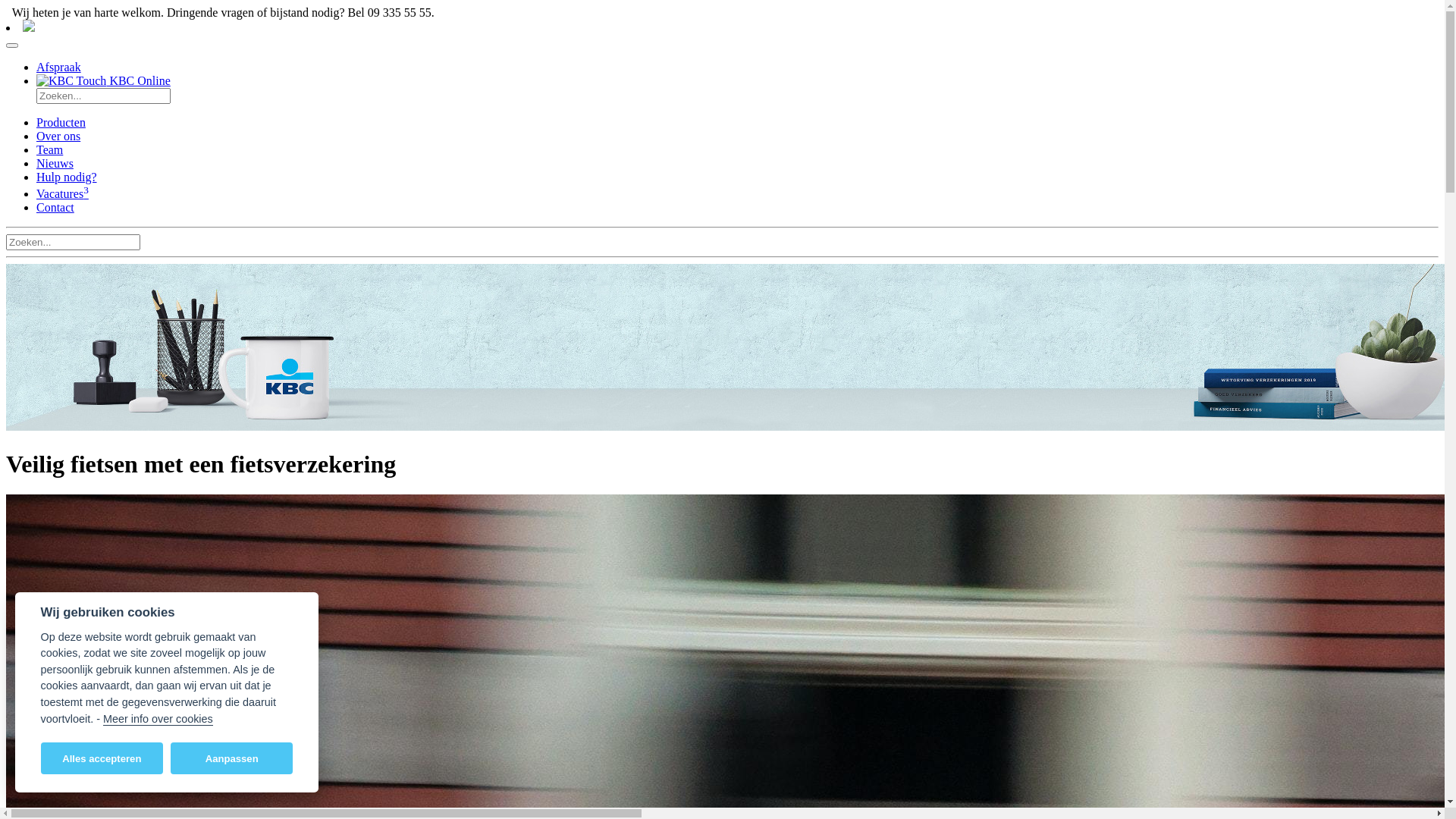  Describe the element at coordinates (58, 66) in the screenshot. I see `'Afspraak'` at that location.